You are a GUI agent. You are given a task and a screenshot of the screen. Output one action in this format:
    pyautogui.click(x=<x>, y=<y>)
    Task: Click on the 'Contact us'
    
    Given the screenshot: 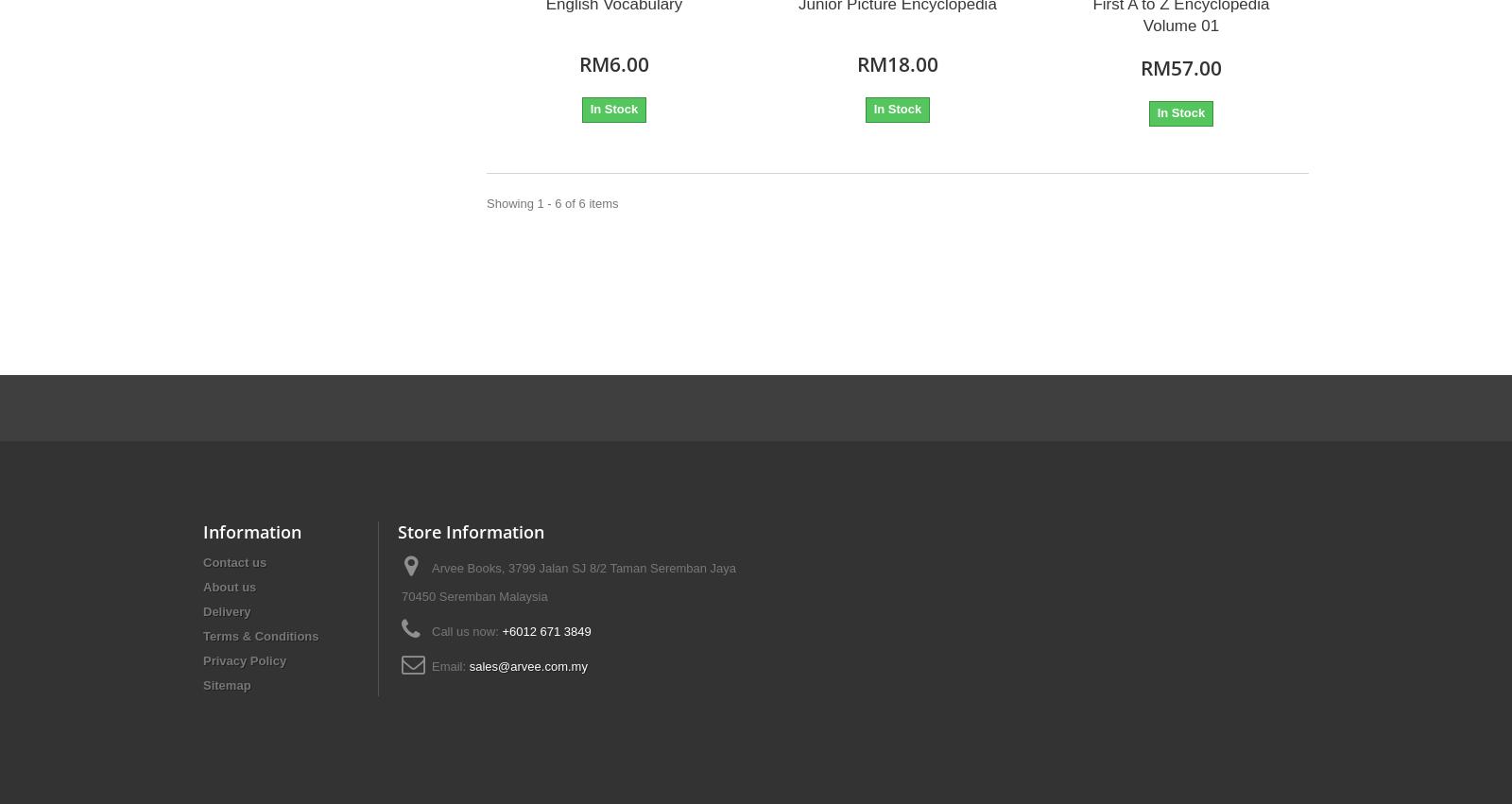 What is the action you would take?
    pyautogui.click(x=234, y=561)
    